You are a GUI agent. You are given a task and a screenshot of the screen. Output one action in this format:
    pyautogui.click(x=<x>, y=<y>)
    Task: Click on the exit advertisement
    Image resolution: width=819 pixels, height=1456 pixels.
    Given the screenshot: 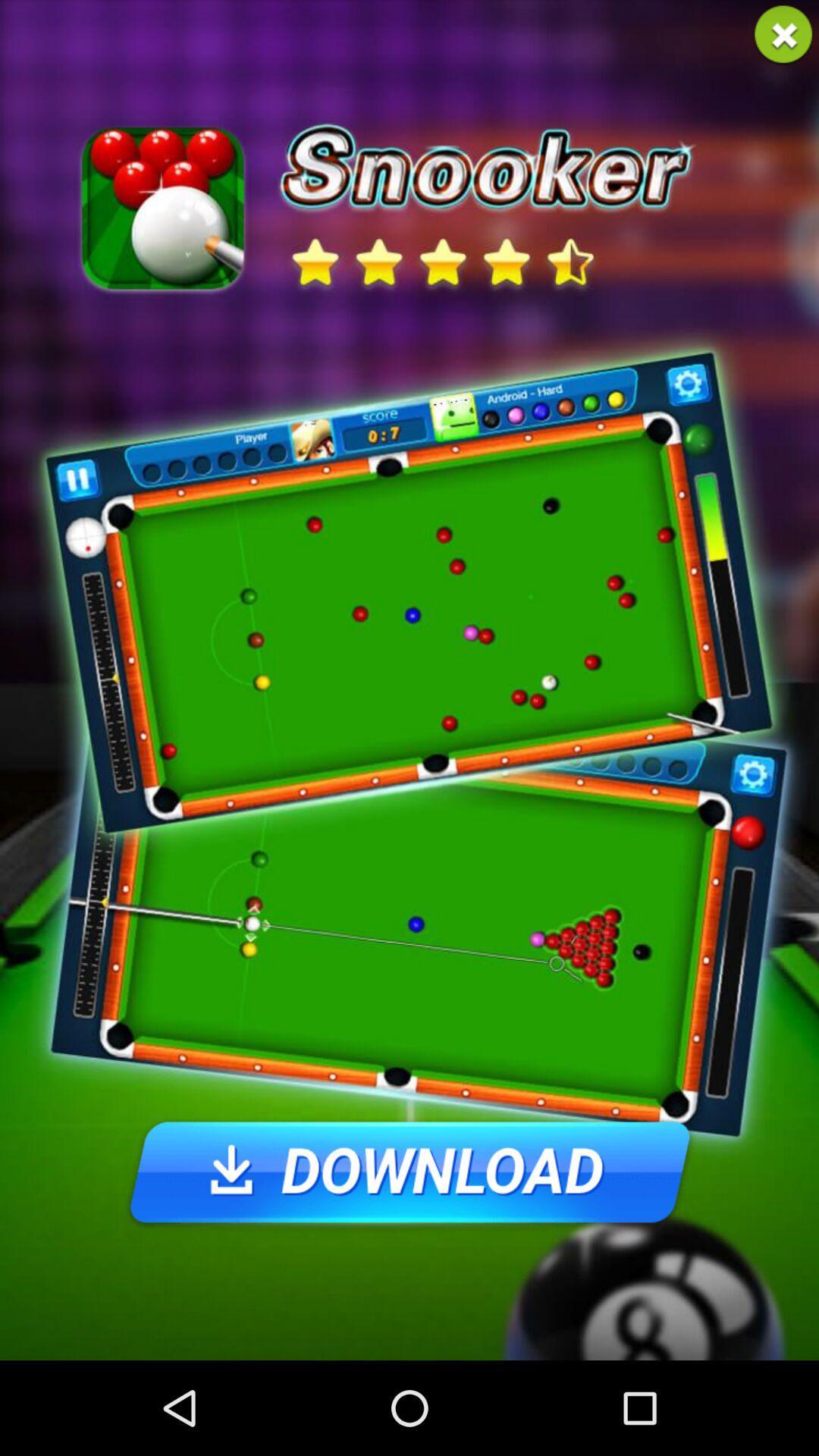 What is the action you would take?
    pyautogui.click(x=783, y=35)
    